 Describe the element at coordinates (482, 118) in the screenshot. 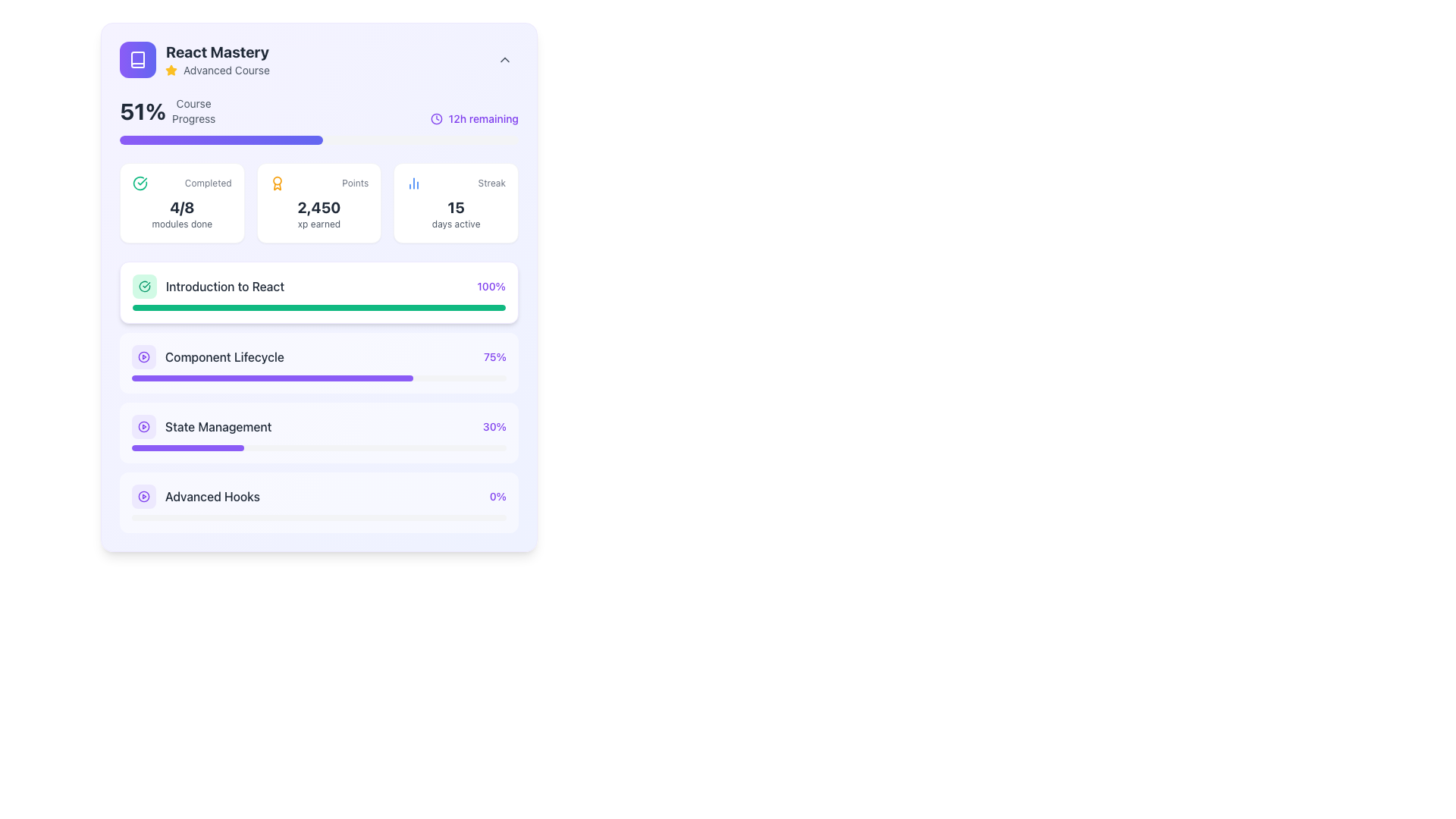

I see `the informational text label indicating the remaining time for the 'React Mastery' course, which is positioned above the course progress bar and adjacent to the right side of the clock icon` at that location.